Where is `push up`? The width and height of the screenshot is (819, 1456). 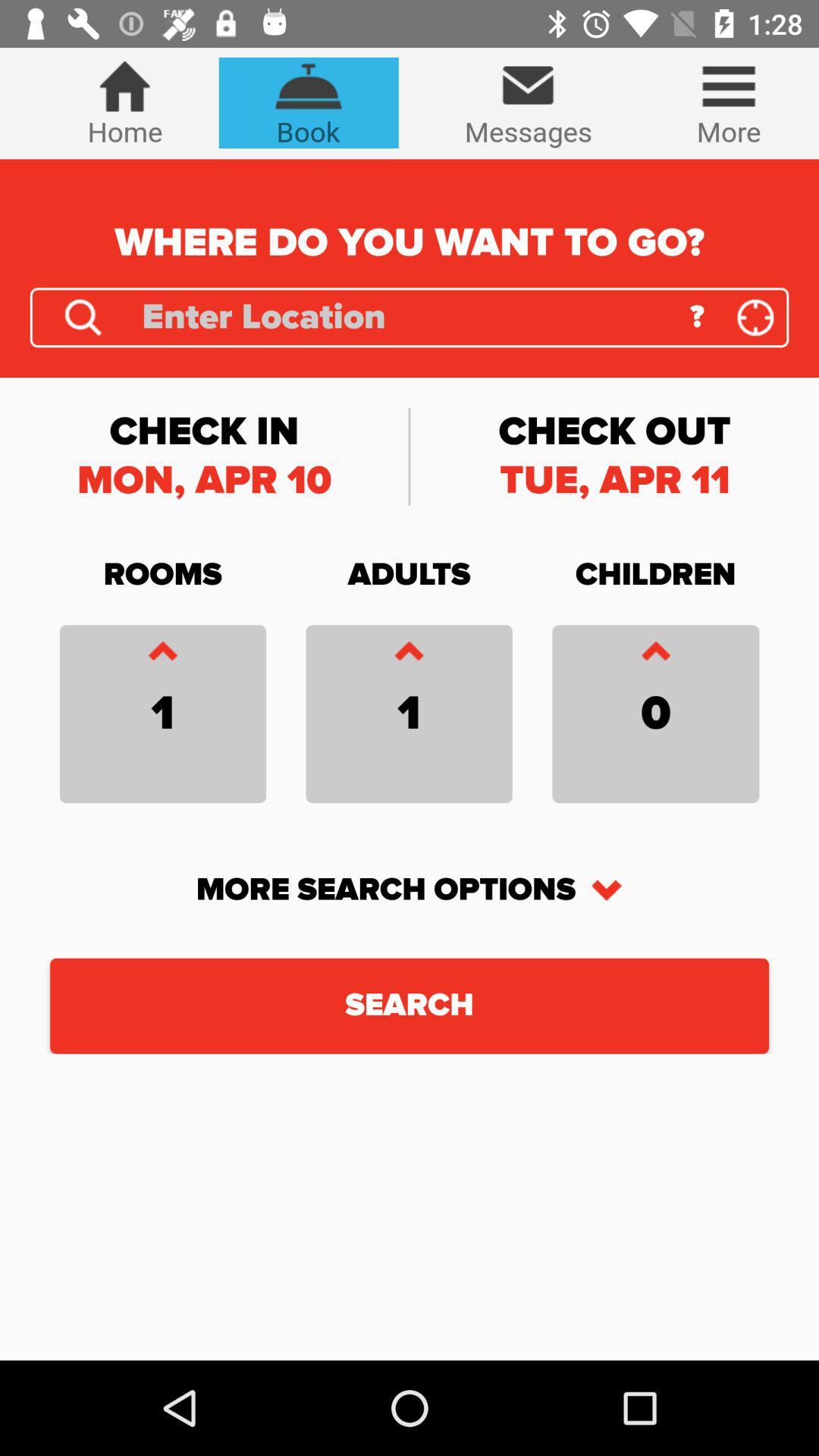 push up is located at coordinates (162, 654).